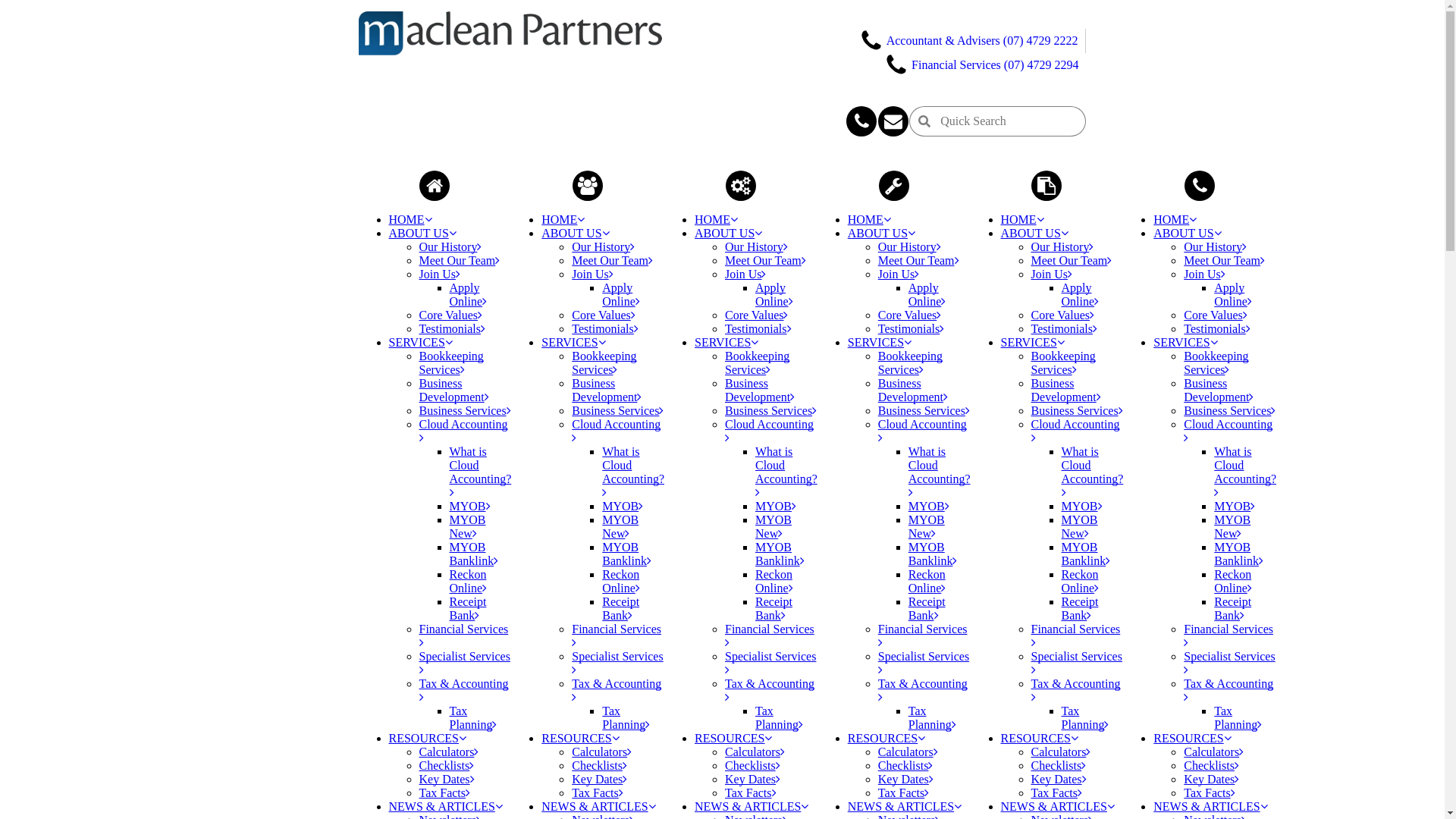  Describe the element at coordinates (1051, 274) in the screenshot. I see `'Join Us'` at that location.